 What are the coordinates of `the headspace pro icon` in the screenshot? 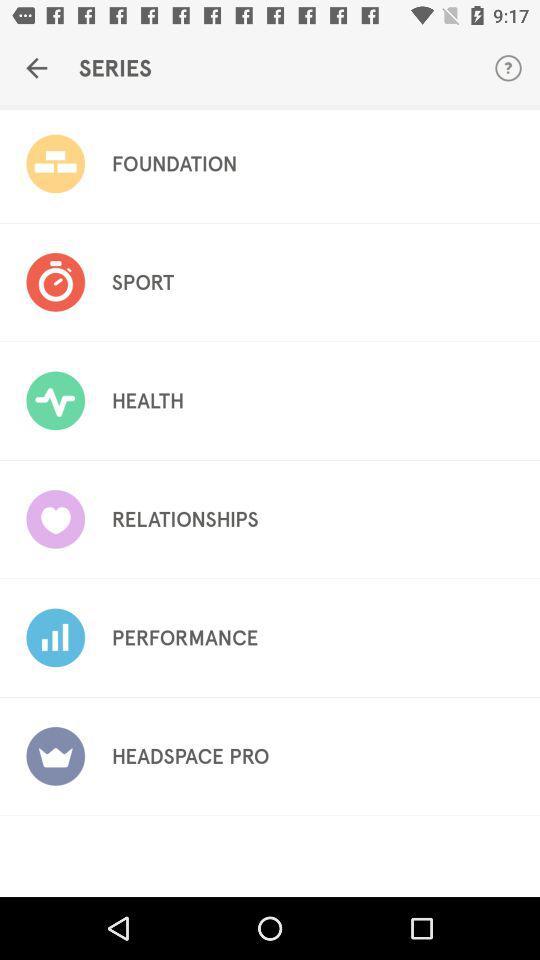 It's located at (190, 755).